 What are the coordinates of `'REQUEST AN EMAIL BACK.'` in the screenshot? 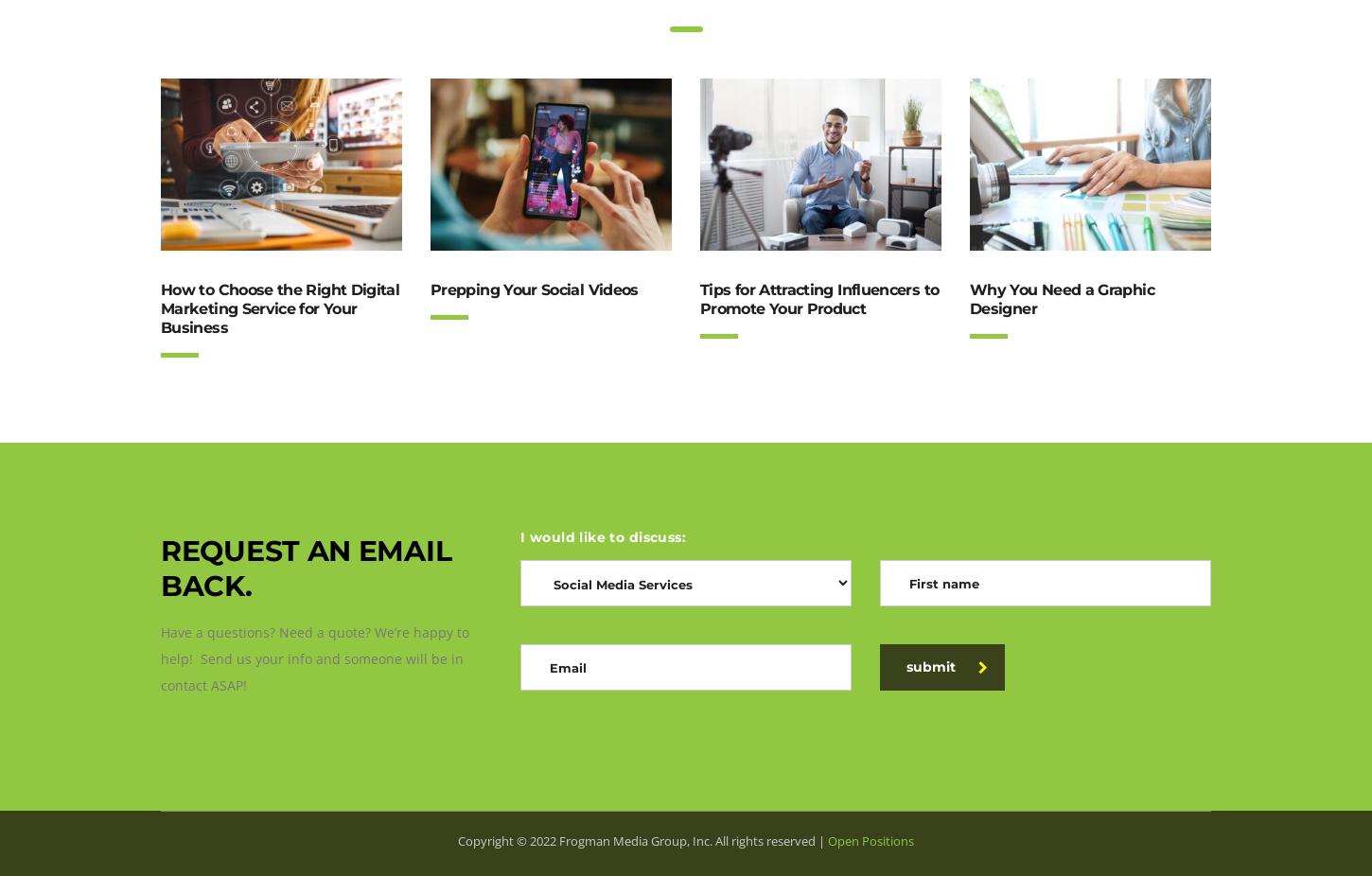 It's located at (159, 567).